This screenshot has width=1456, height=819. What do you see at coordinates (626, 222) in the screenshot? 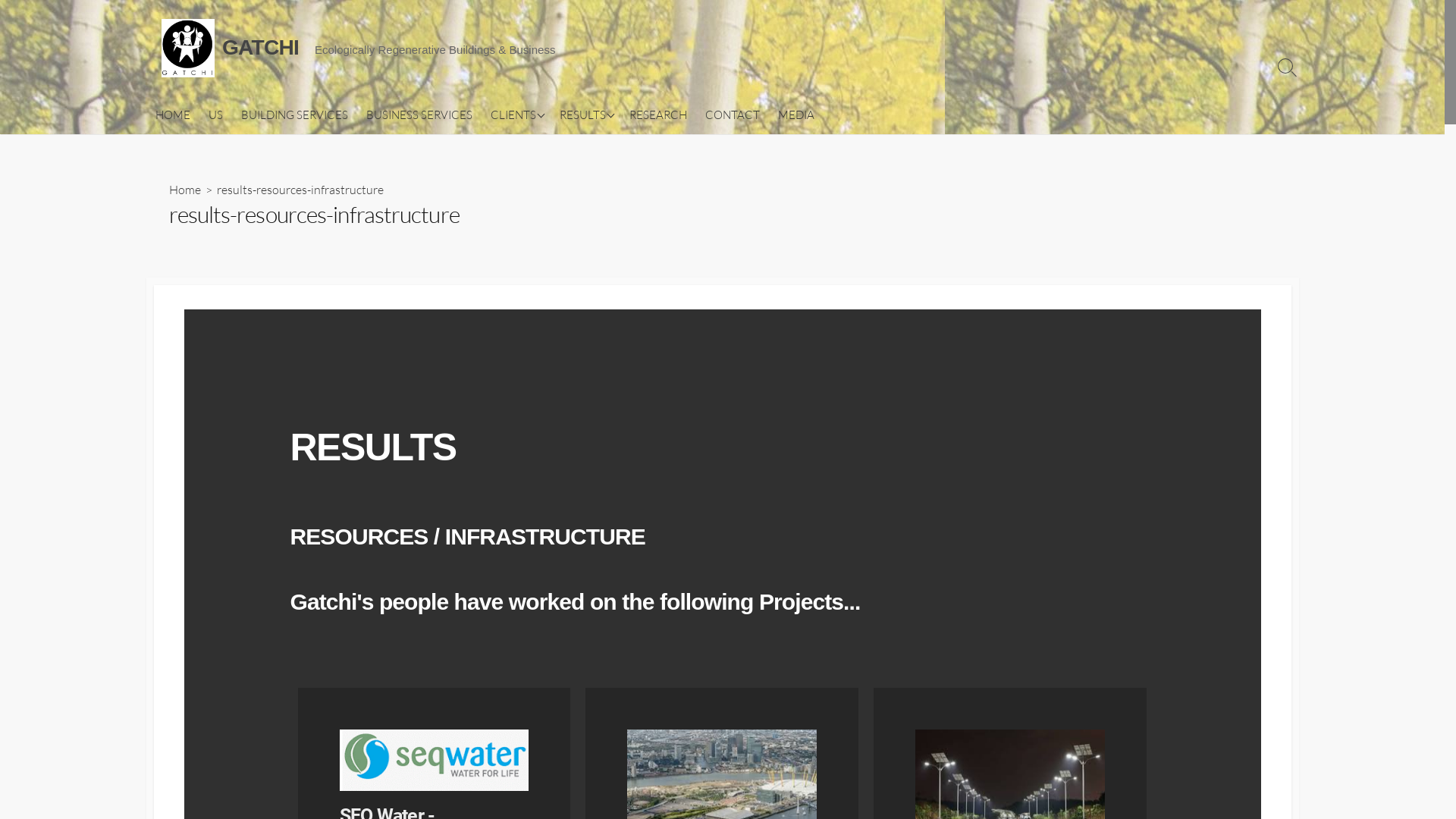
I see `'Resources/Infrastructure'` at bounding box center [626, 222].